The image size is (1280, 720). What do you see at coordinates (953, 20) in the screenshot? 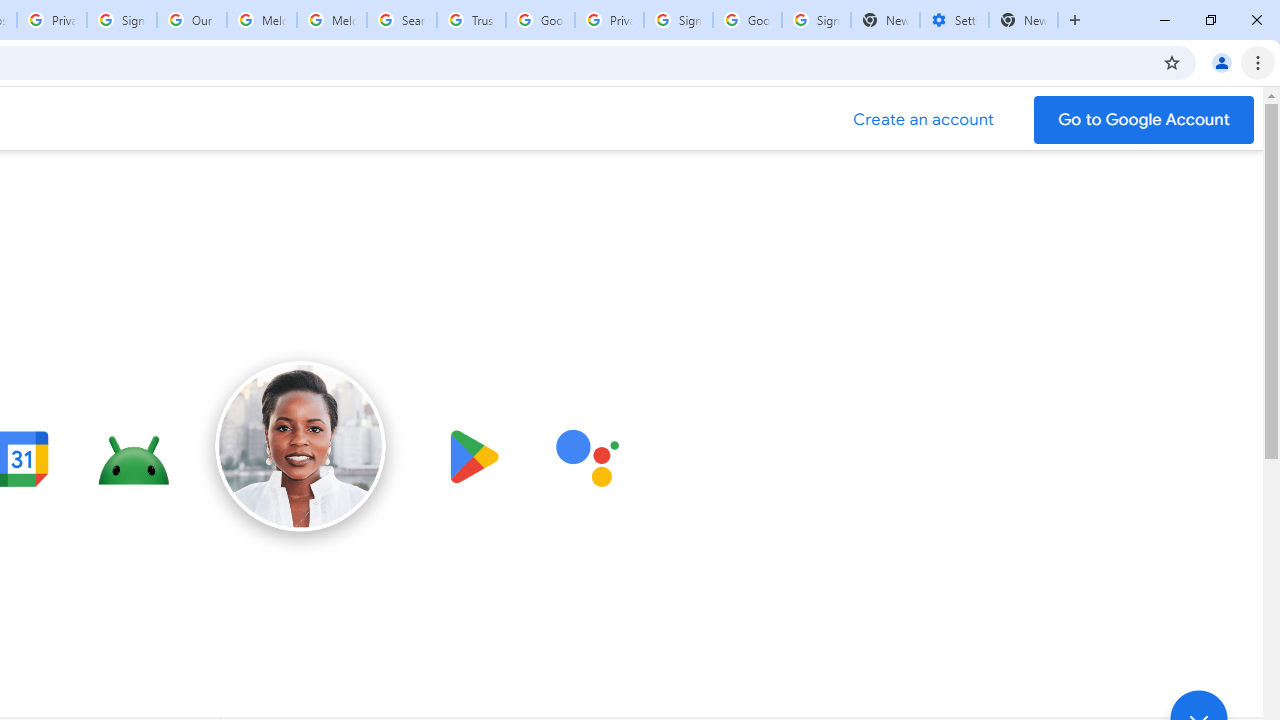
I see `'Settings - Addresses and more'` at bounding box center [953, 20].